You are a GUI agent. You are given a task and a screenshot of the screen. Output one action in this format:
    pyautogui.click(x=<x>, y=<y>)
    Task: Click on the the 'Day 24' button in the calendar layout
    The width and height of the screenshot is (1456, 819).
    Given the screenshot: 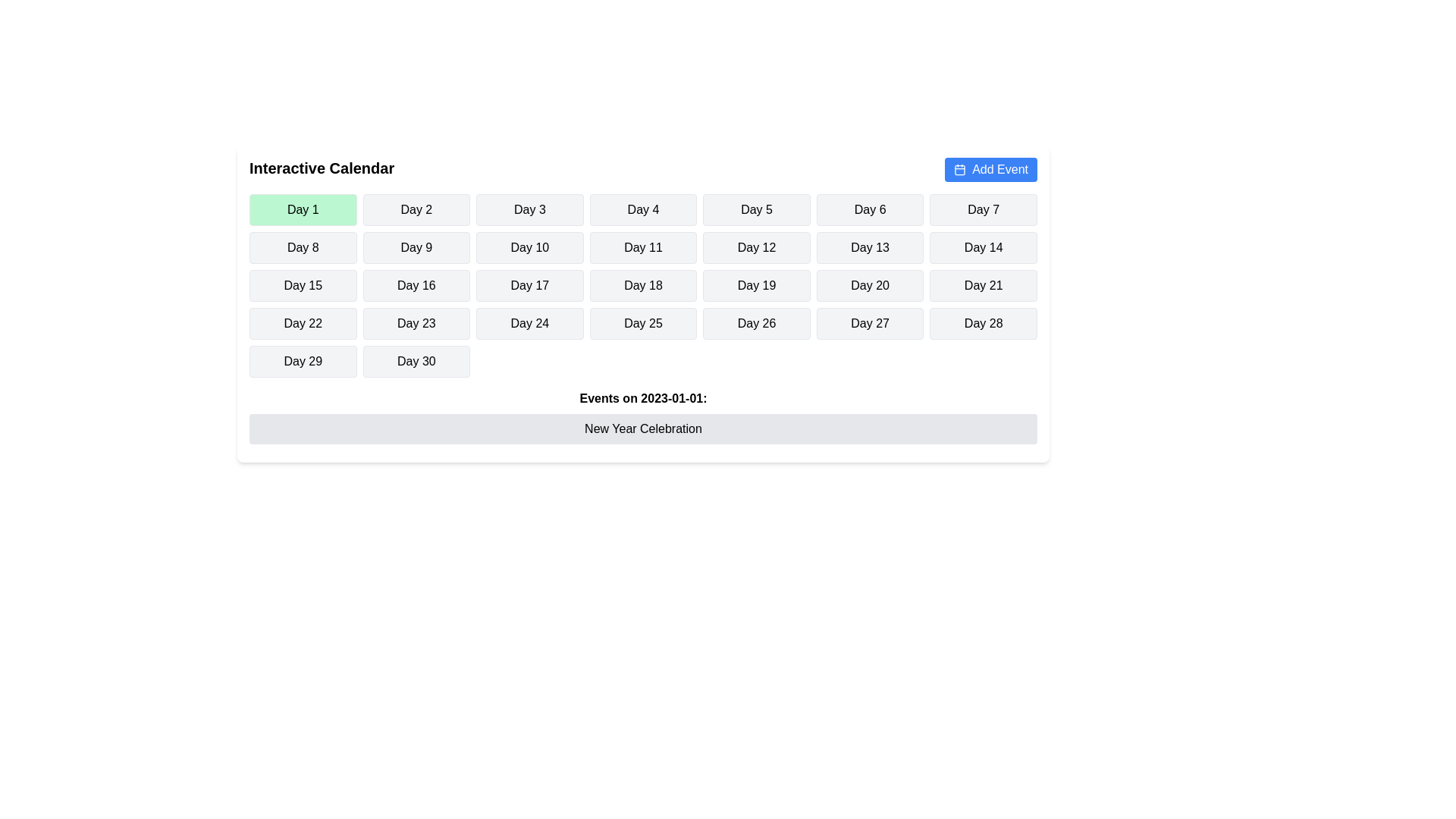 What is the action you would take?
    pyautogui.click(x=529, y=323)
    